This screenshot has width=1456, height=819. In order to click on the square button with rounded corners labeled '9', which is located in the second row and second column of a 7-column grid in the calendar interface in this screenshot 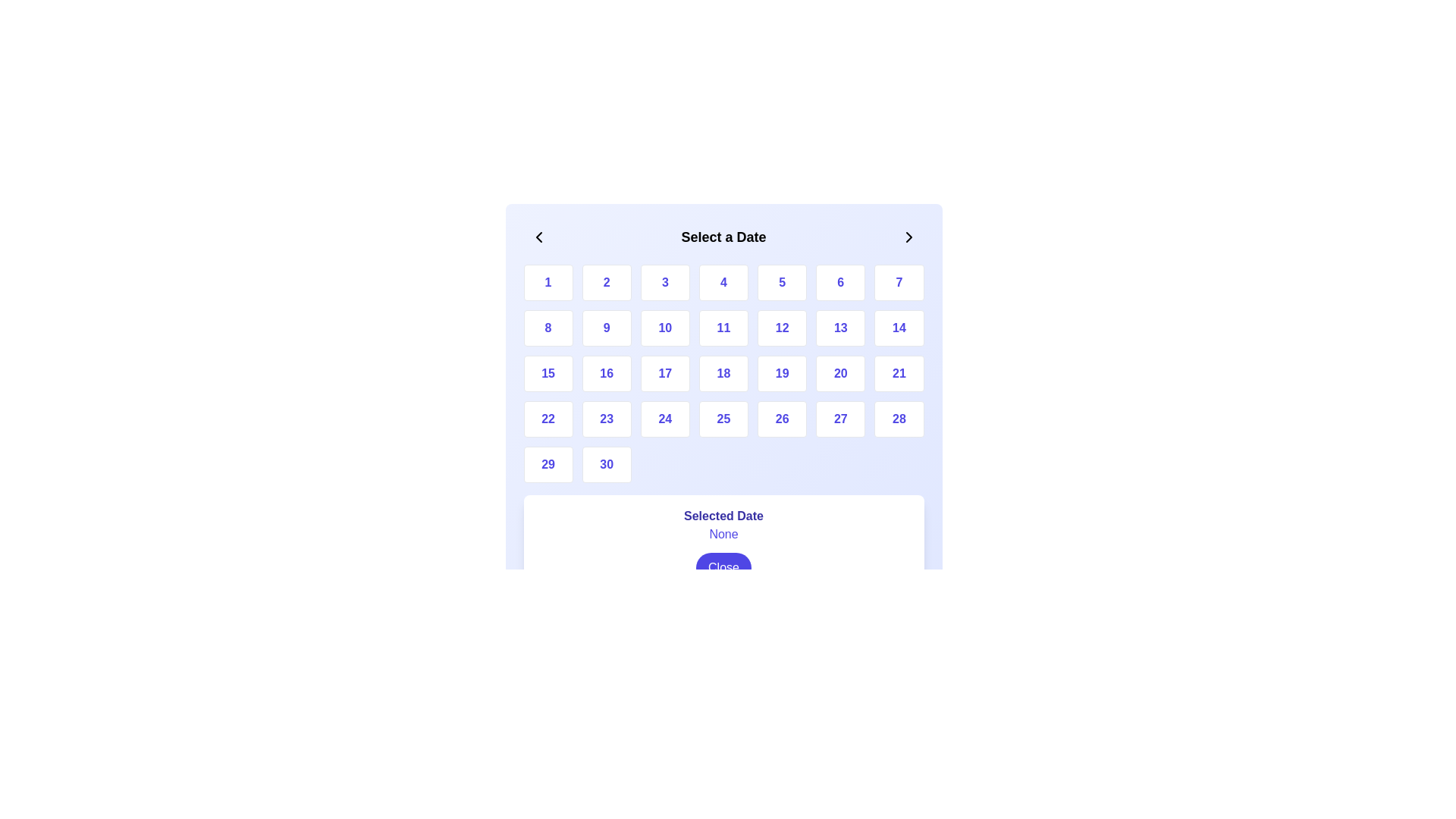, I will do `click(607, 327)`.